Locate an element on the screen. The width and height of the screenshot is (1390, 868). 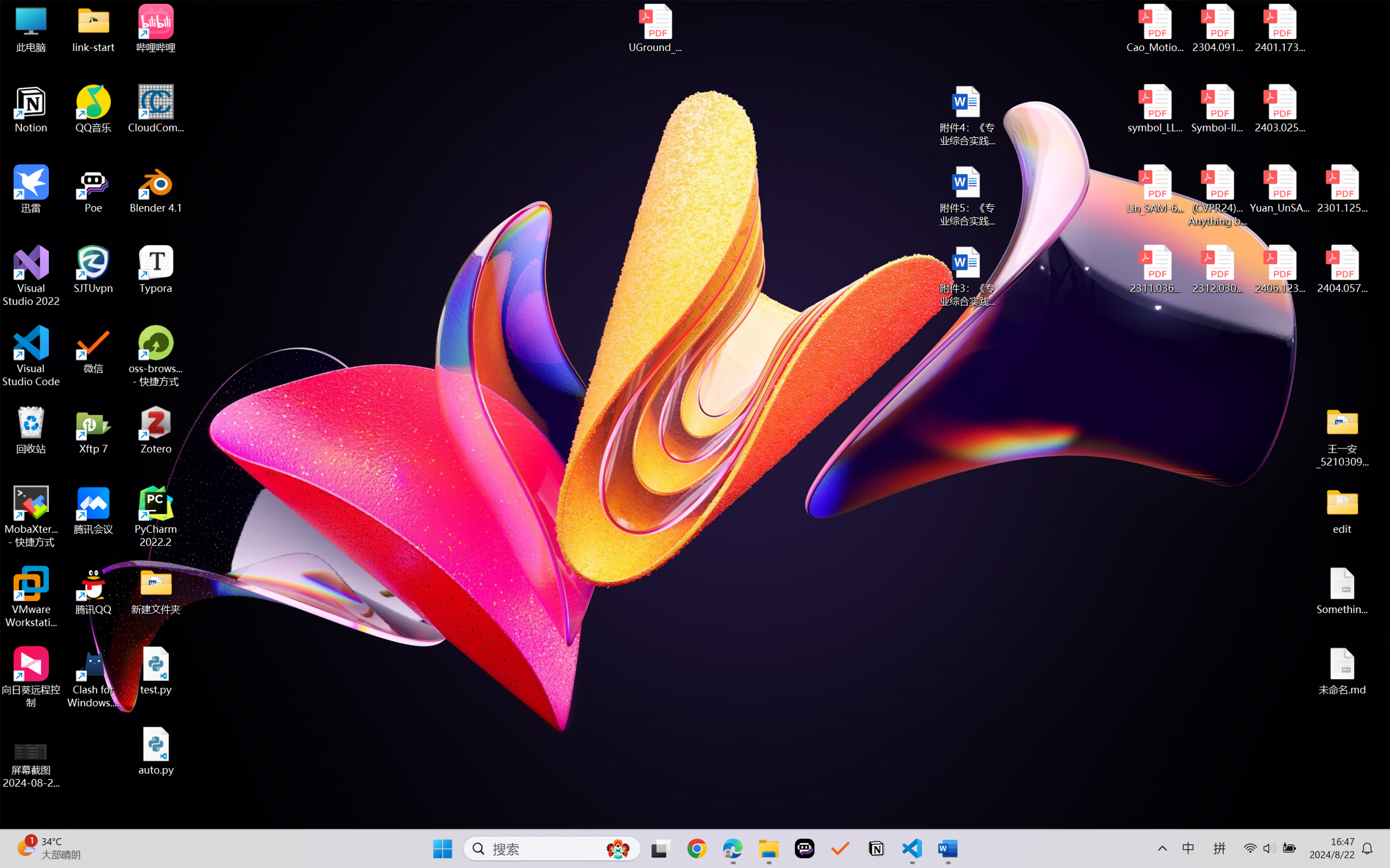
'UGround_paper.pdf' is located at coordinates (655, 28).